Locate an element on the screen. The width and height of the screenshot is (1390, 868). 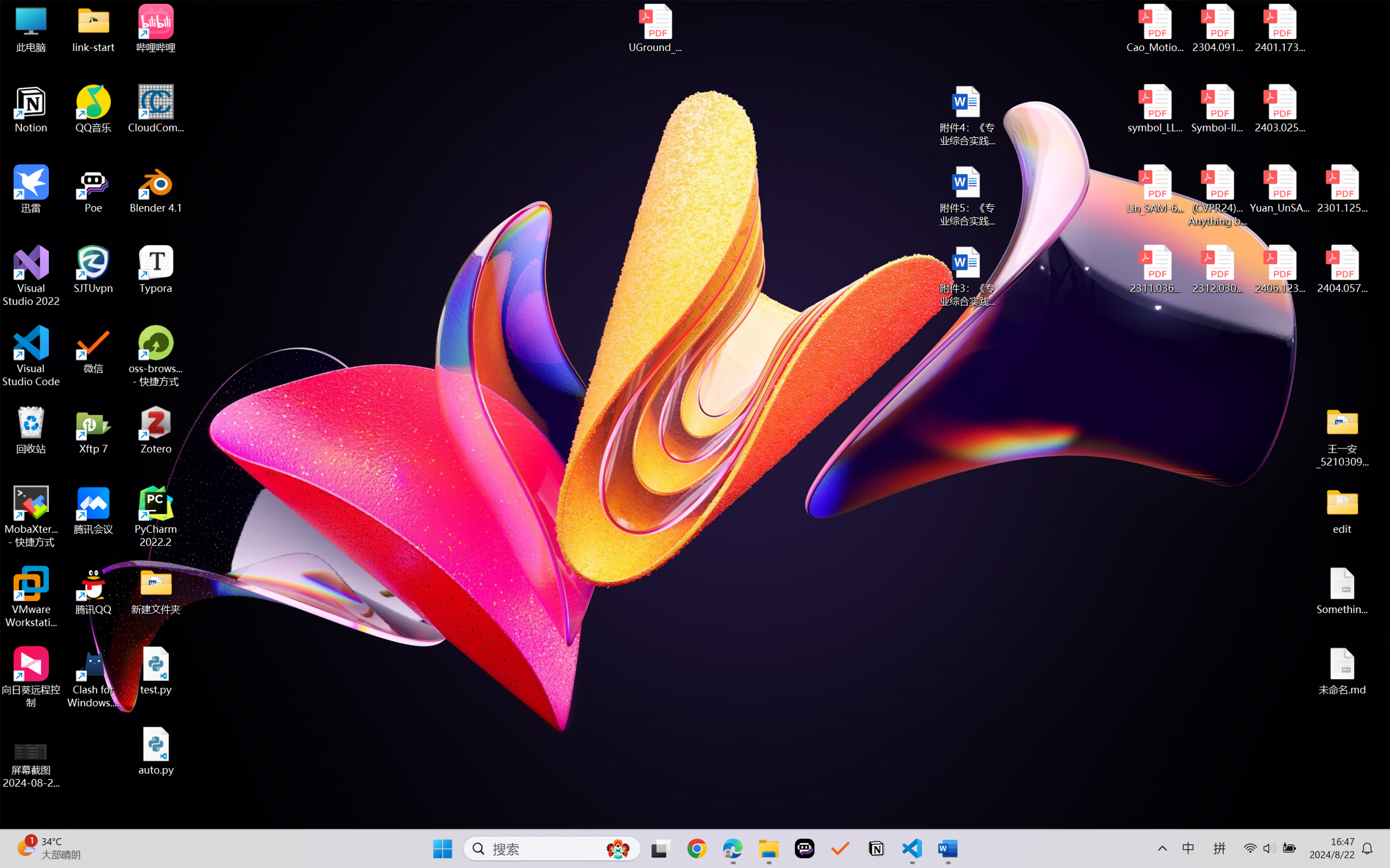
'UGround_paper.pdf' is located at coordinates (655, 28).